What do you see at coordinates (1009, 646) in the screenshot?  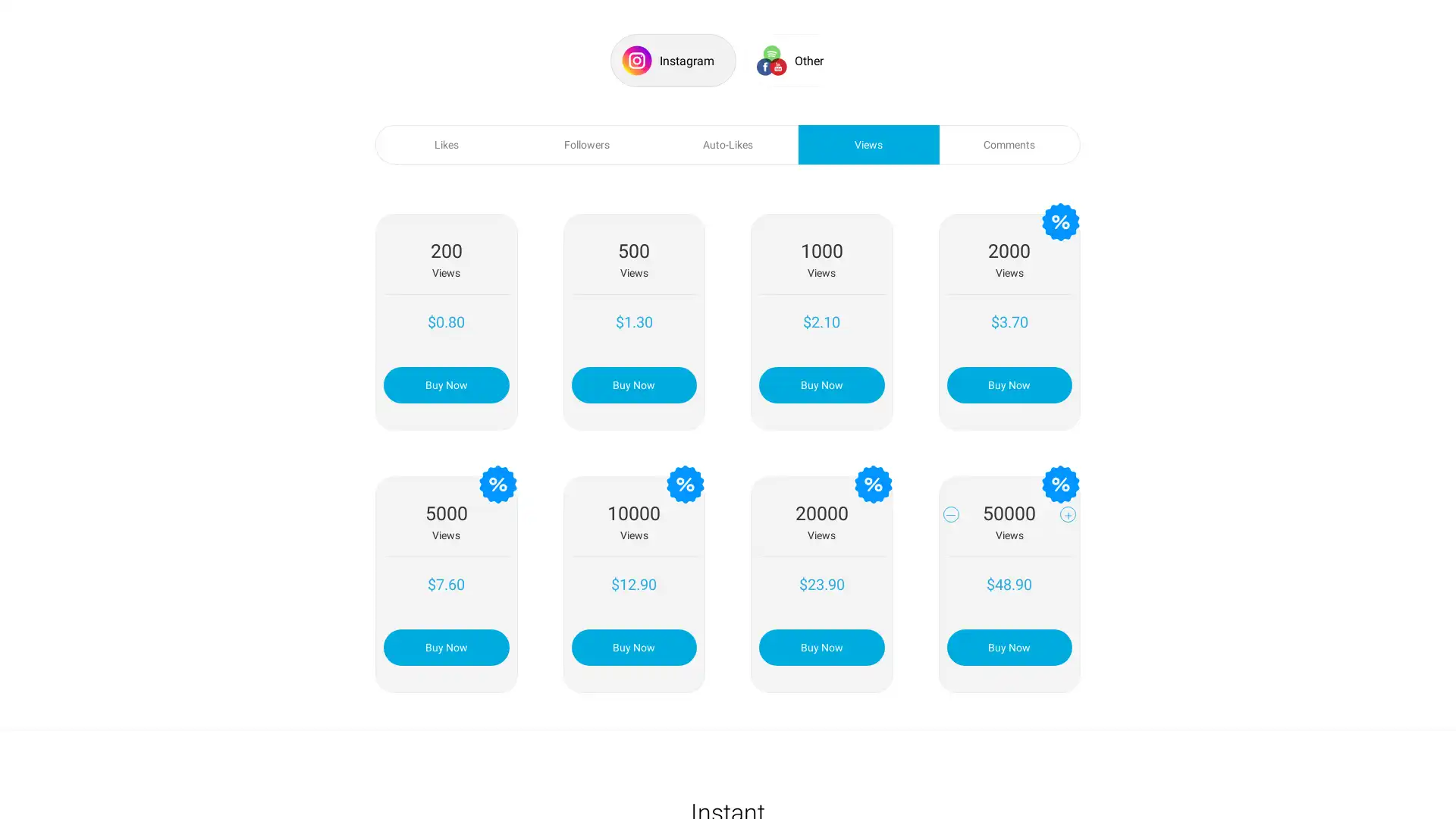 I see `Buy Now` at bounding box center [1009, 646].